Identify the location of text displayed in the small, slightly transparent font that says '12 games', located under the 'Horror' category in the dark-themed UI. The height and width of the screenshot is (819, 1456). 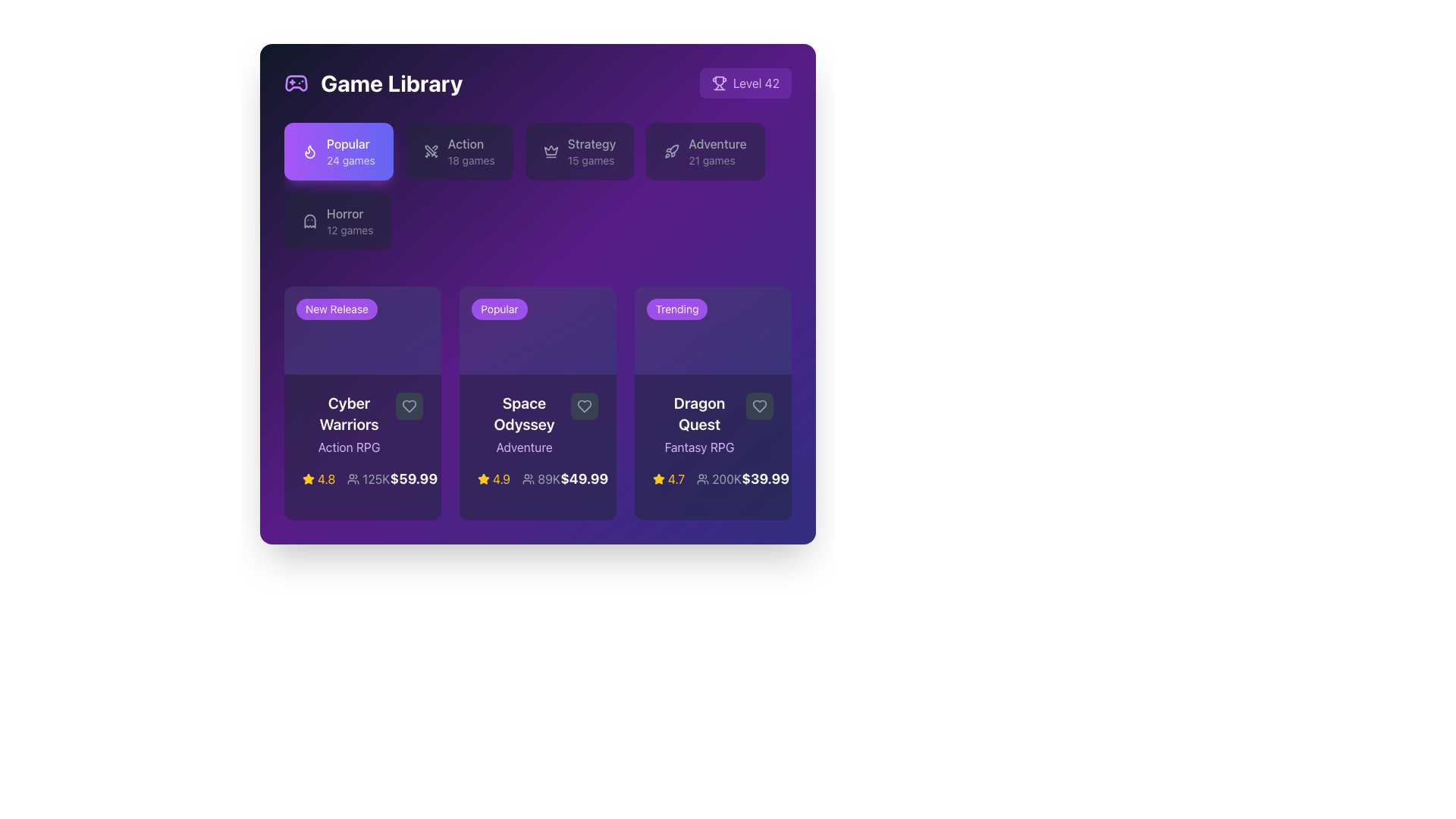
(349, 231).